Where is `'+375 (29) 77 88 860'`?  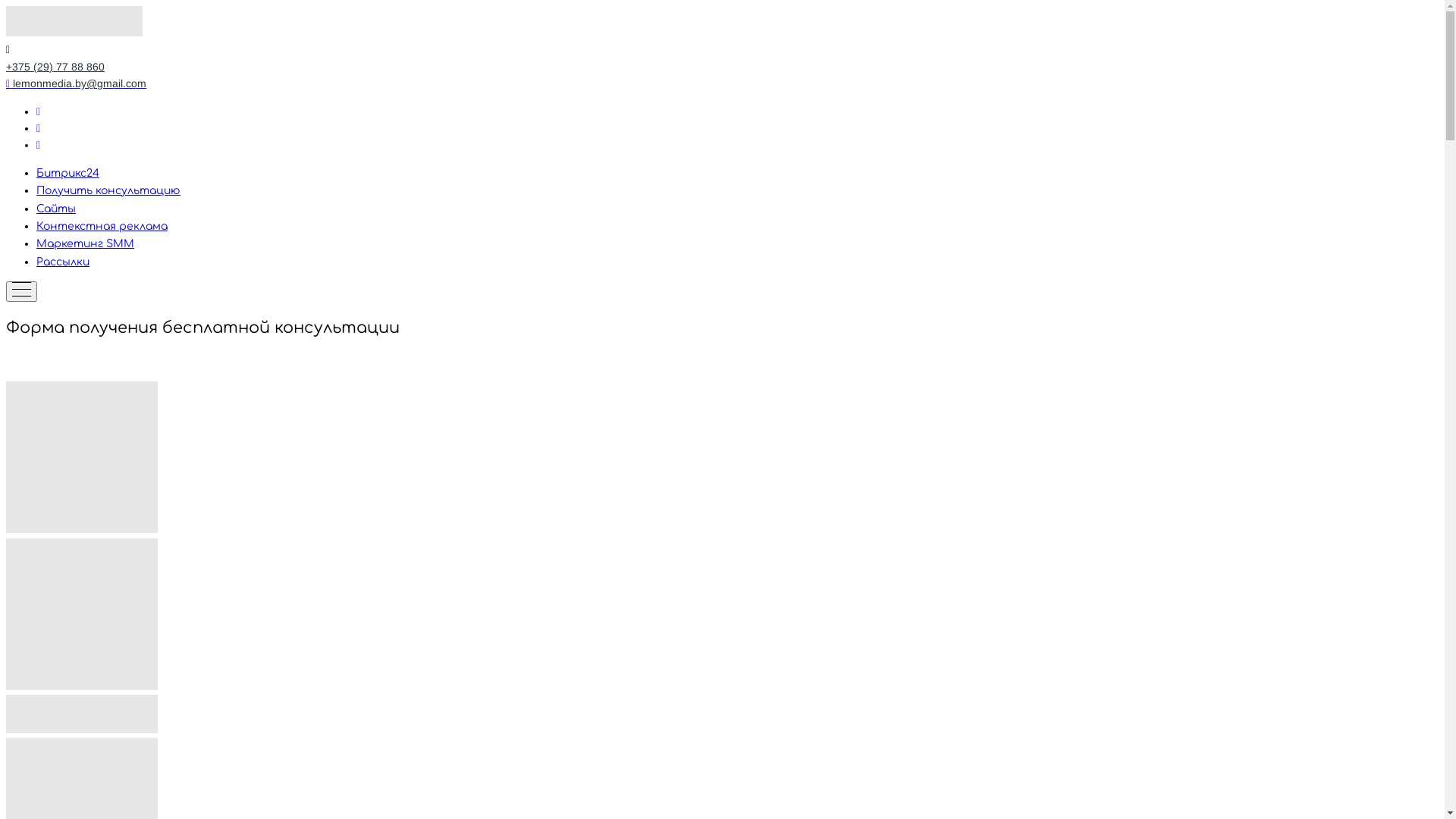
'+375 (29) 77 88 860' is located at coordinates (55, 66).